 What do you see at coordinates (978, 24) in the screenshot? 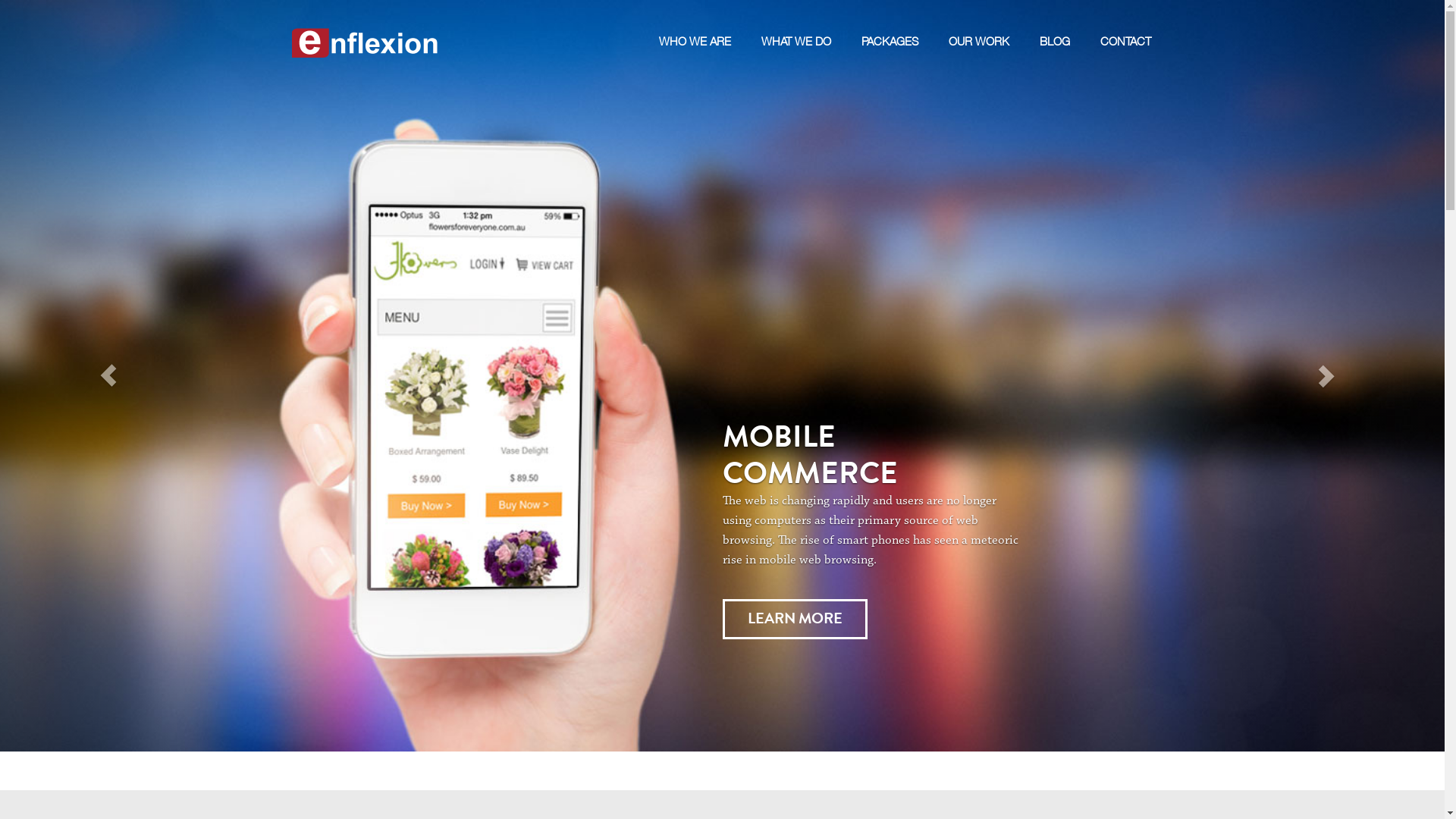
I see `'OUR WORK'` at bounding box center [978, 24].